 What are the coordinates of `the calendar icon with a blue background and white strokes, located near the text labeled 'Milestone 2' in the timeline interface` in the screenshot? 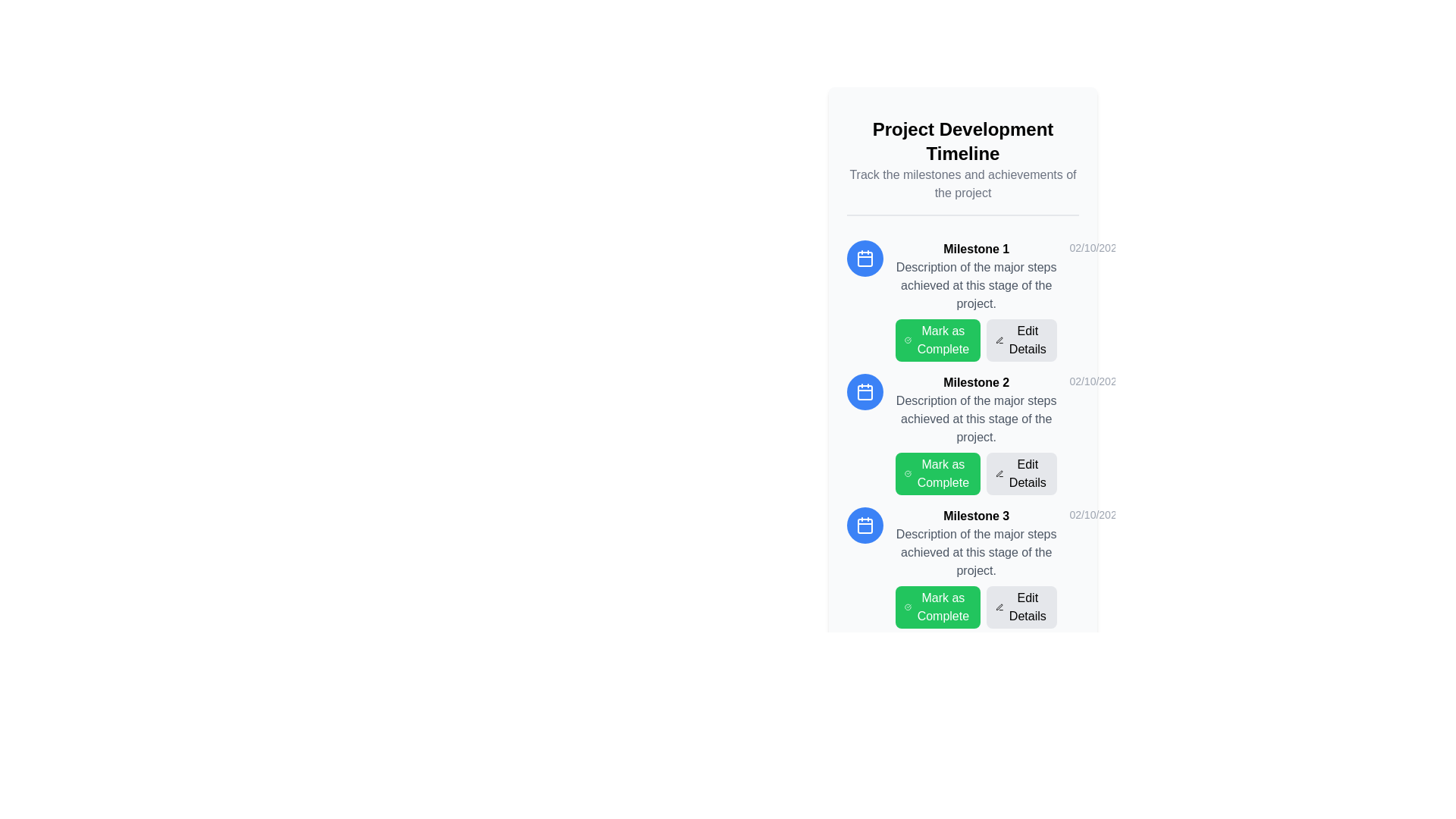 It's located at (865, 391).